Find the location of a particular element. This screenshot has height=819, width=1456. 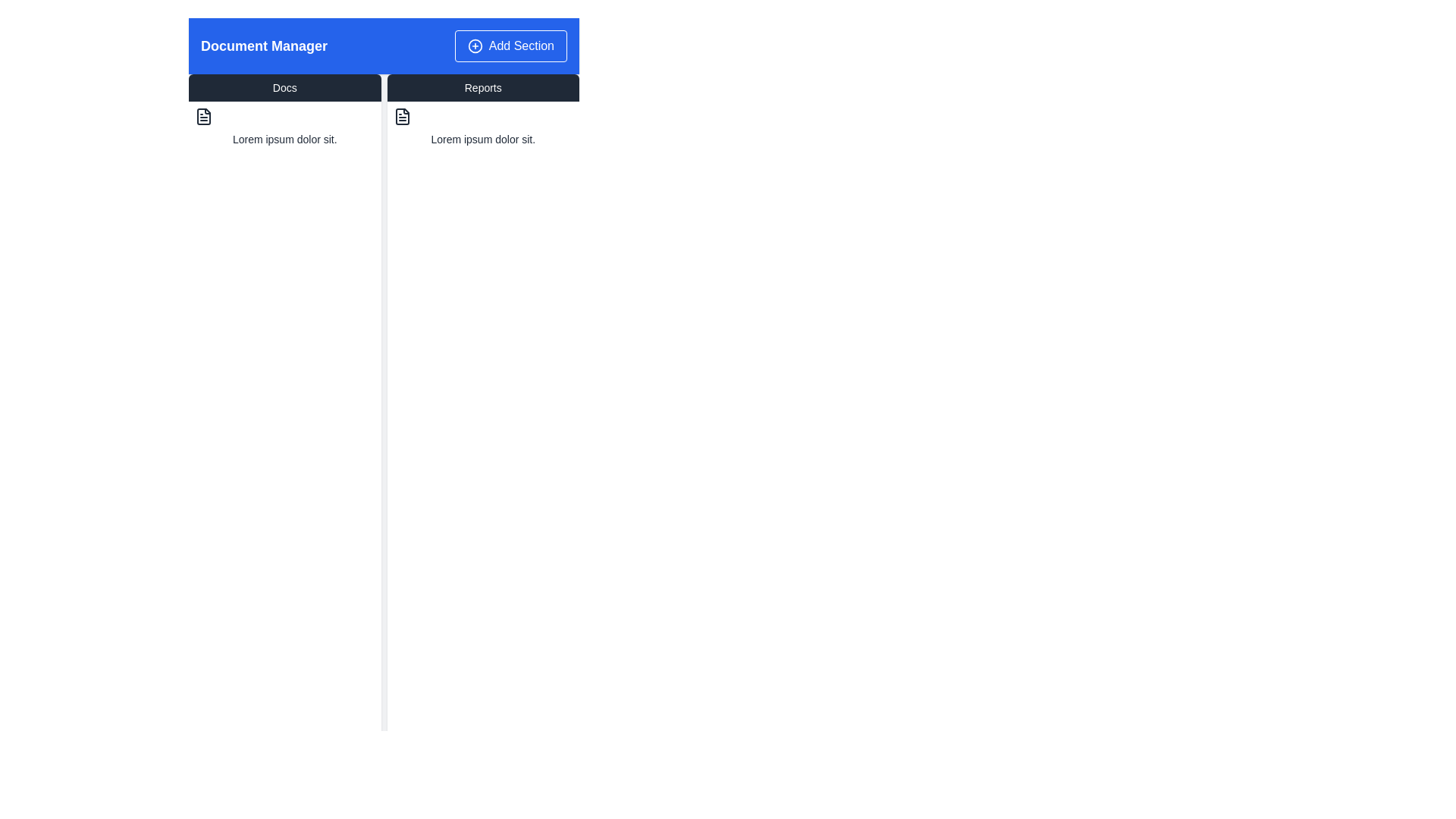

the 'Docs' button, which is a rectangular button with a dark gray background and white text, positioned to the left of the 'Reports' button is located at coordinates (284, 87).